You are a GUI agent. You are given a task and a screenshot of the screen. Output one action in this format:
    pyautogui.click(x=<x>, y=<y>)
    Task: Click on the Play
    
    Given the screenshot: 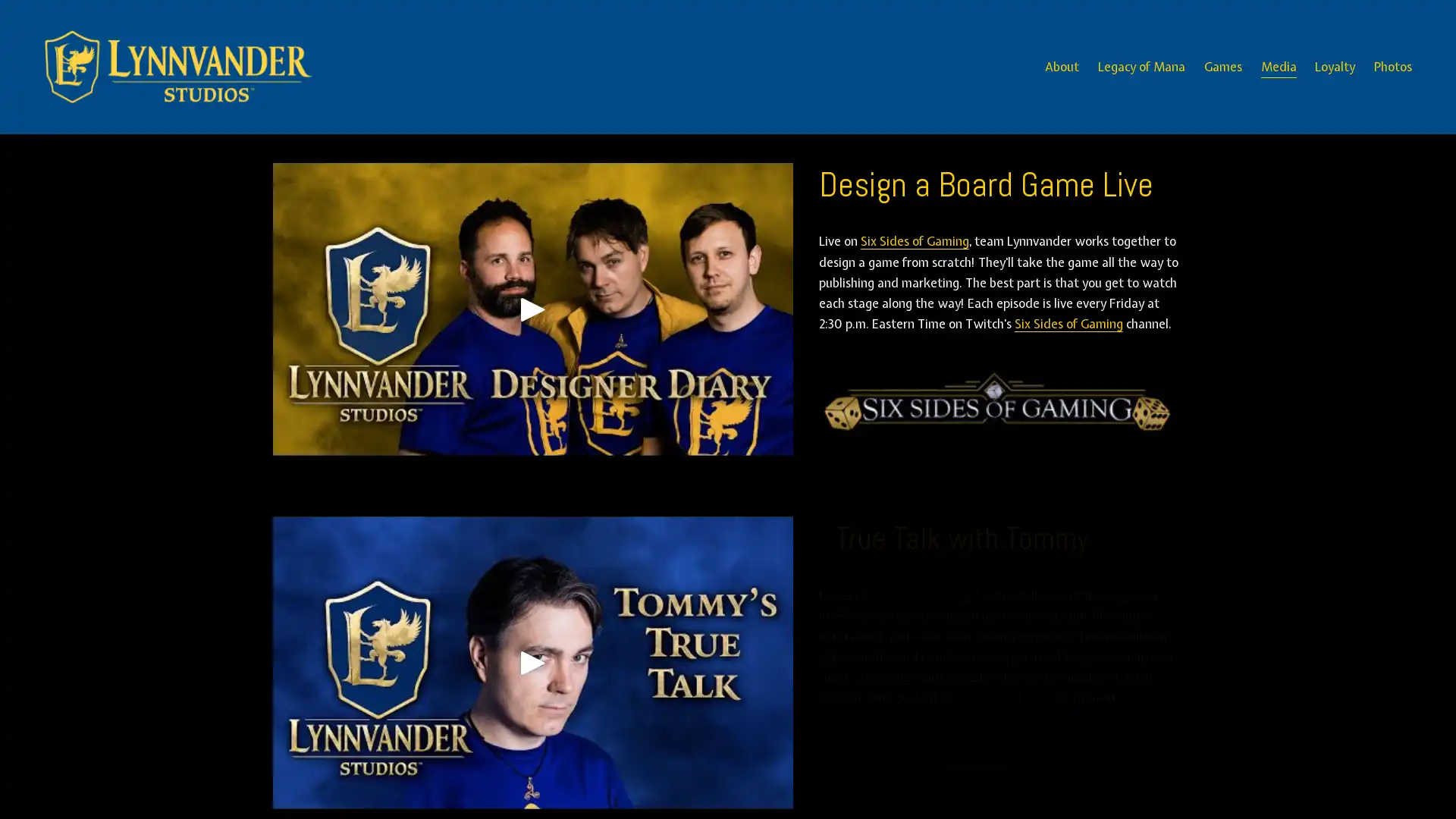 What is the action you would take?
    pyautogui.click(x=532, y=662)
    